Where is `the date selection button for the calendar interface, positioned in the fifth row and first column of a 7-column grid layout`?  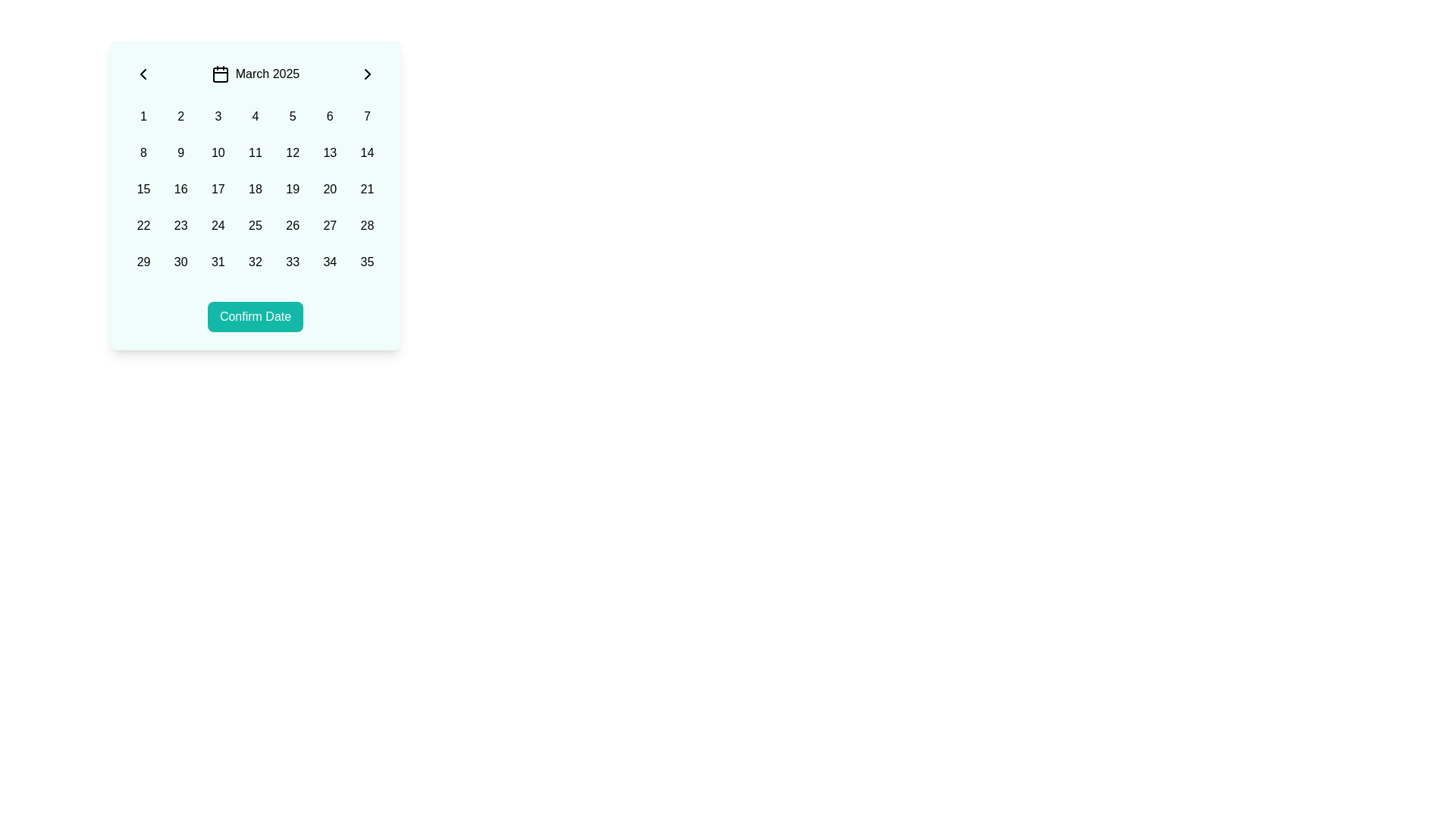
the date selection button for the calendar interface, positioned in the fifth row and first column of a 7-column grid layout is located at coordinates (143, 225).